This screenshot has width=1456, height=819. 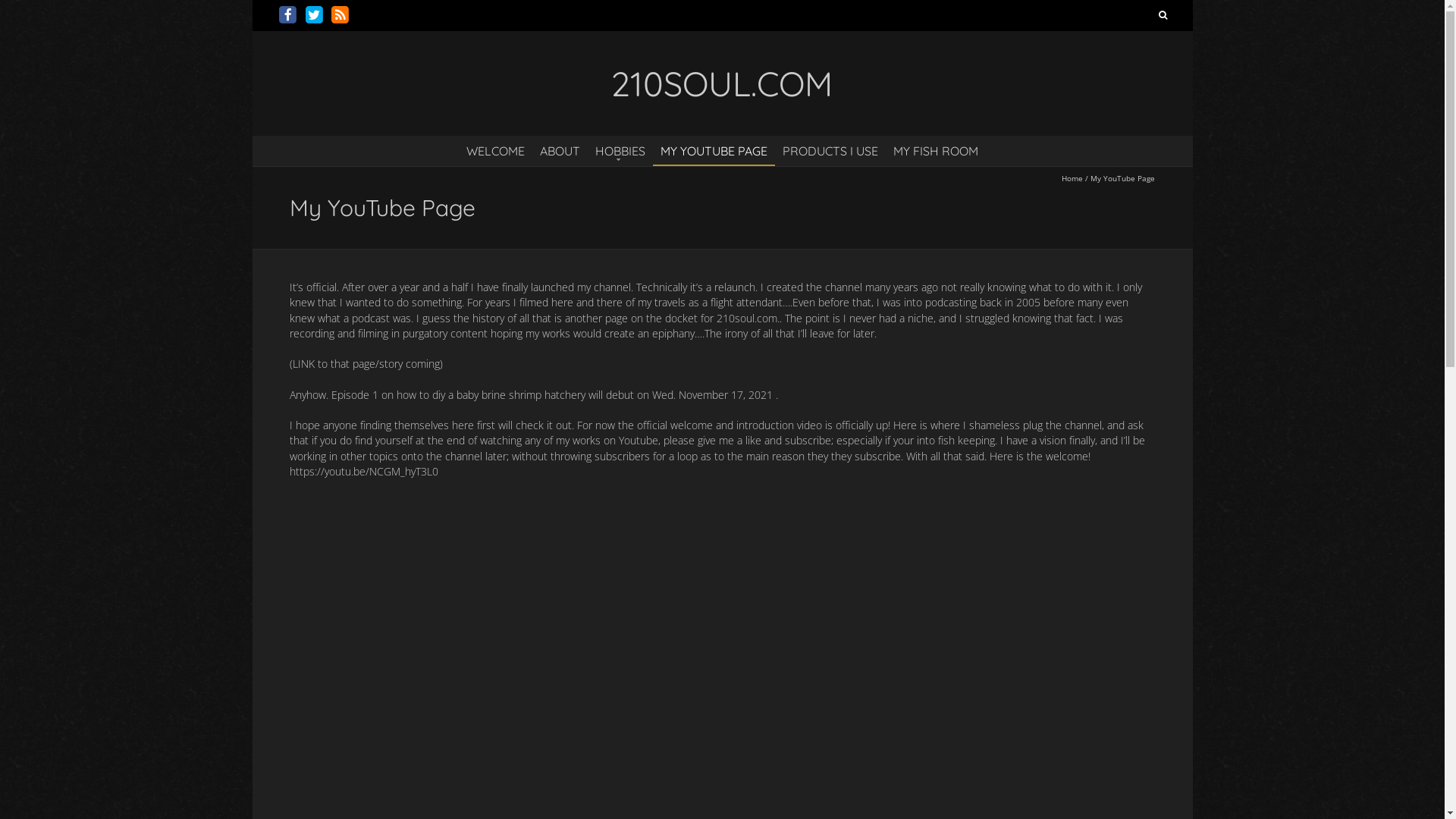 What do you see at coordinates (713, 149) in the screenshot?
I see `'MY YOUTUBE PAGE'` at bounding box center [713, 149].